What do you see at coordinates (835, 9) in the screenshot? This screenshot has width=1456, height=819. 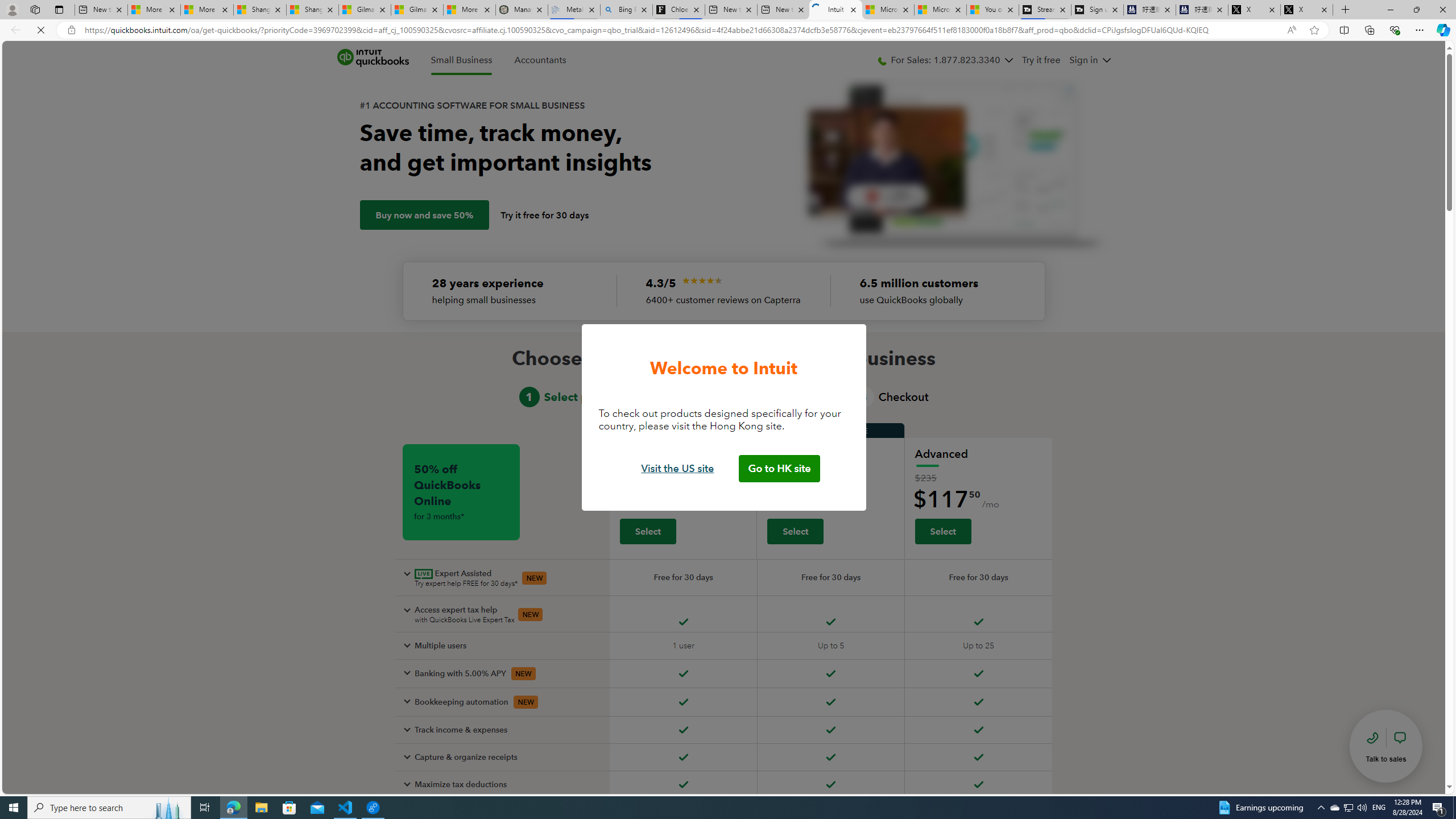 I see `'Intuit QuickBooks Online - Quickbooks'` at bounding box center [835, 9].